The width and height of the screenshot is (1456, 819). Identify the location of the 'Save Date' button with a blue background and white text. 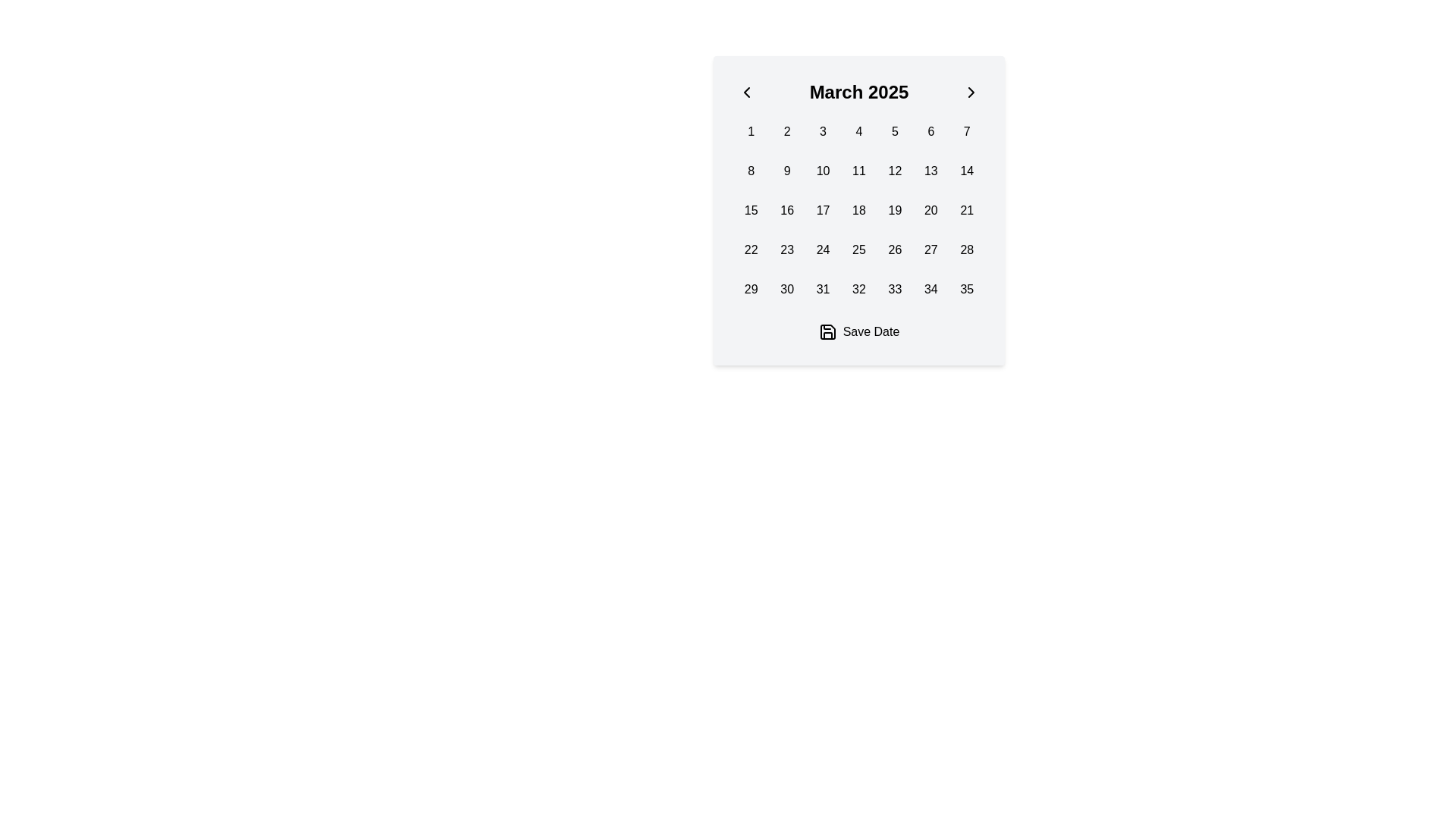
(858, 331).